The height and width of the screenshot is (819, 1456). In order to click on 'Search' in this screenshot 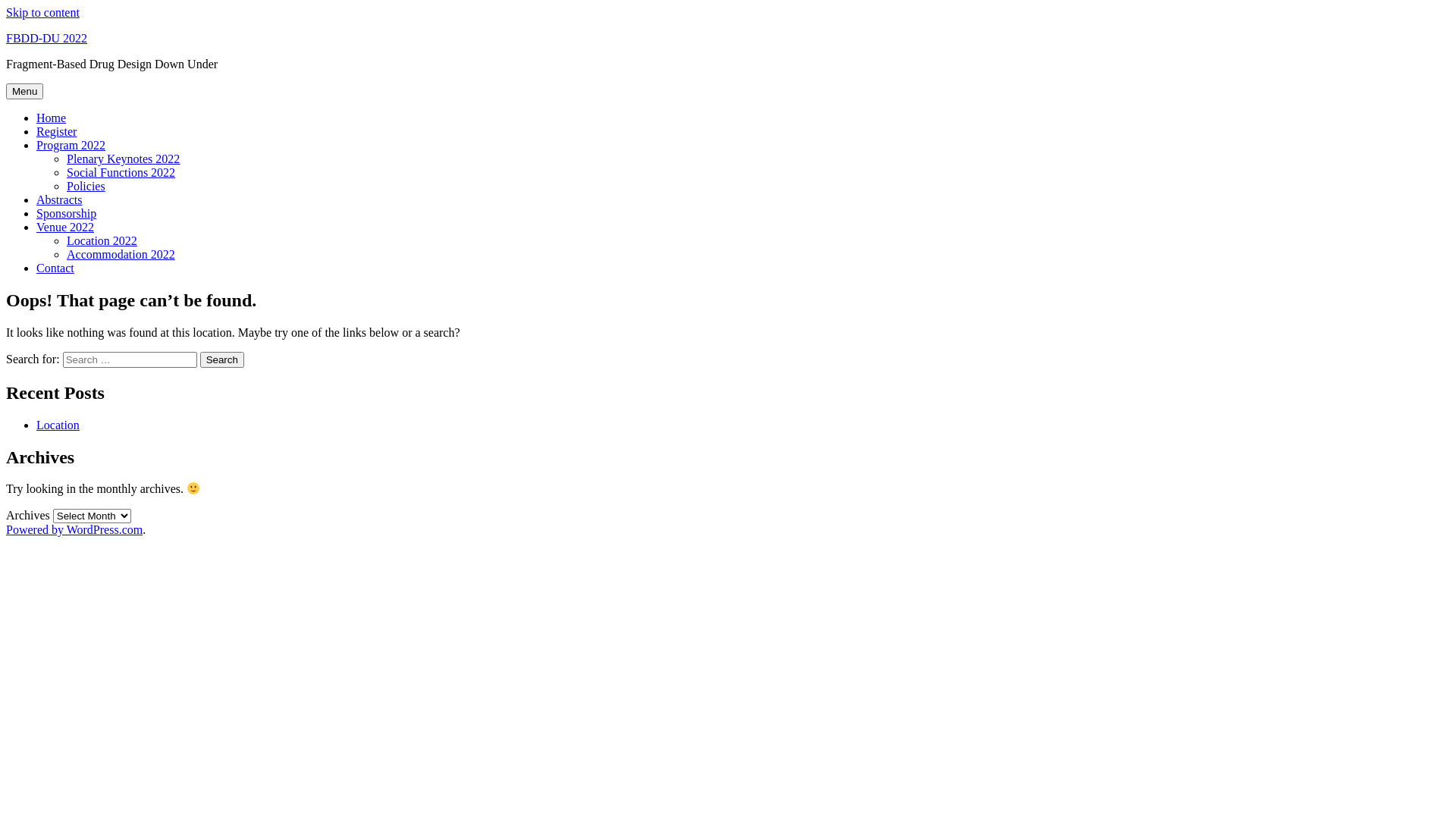, I will do `click(221, 359)`.